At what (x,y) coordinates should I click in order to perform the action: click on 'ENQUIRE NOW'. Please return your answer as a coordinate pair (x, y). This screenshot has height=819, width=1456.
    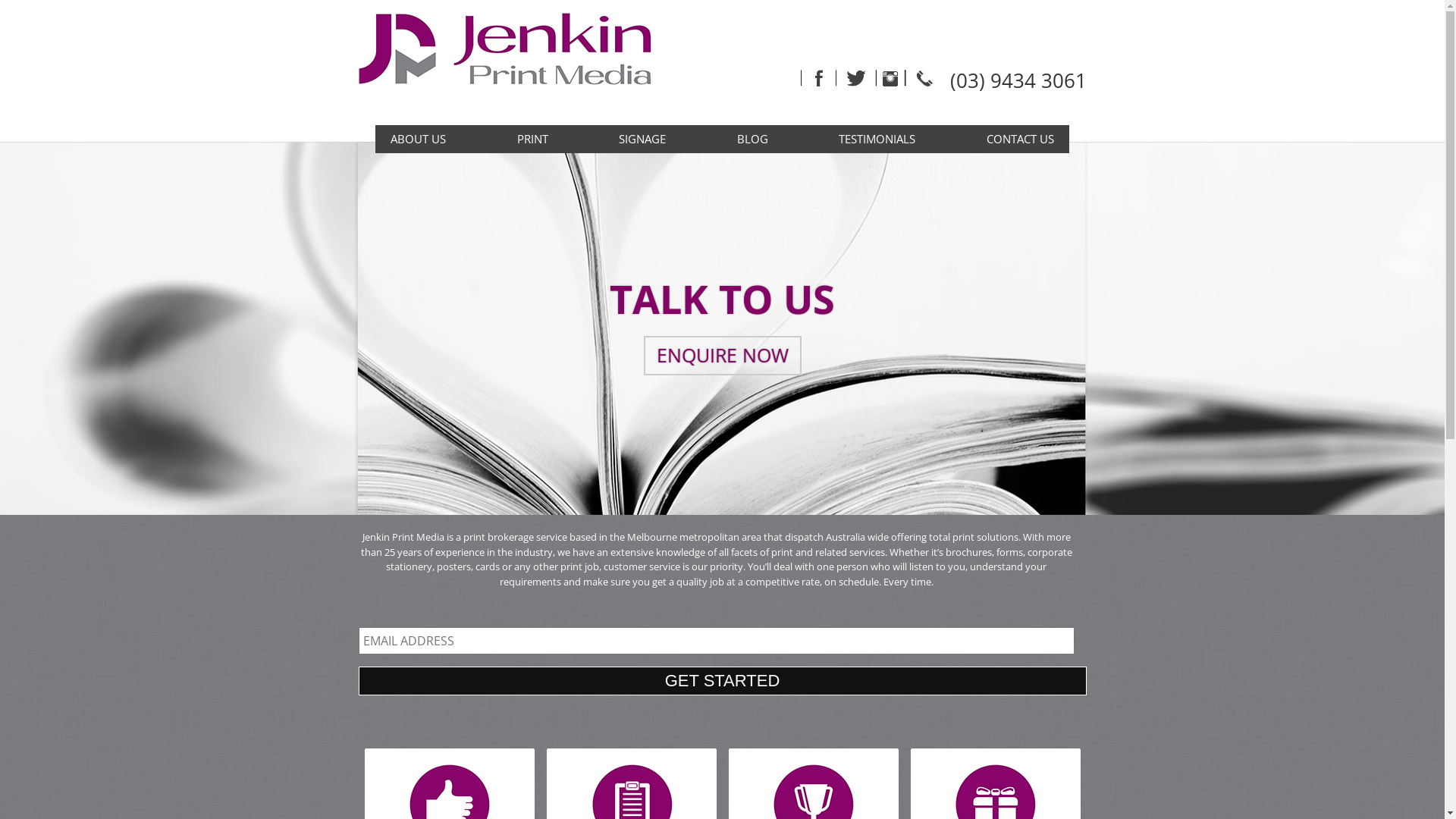
    Looking at the image, I should click on (720, 356).